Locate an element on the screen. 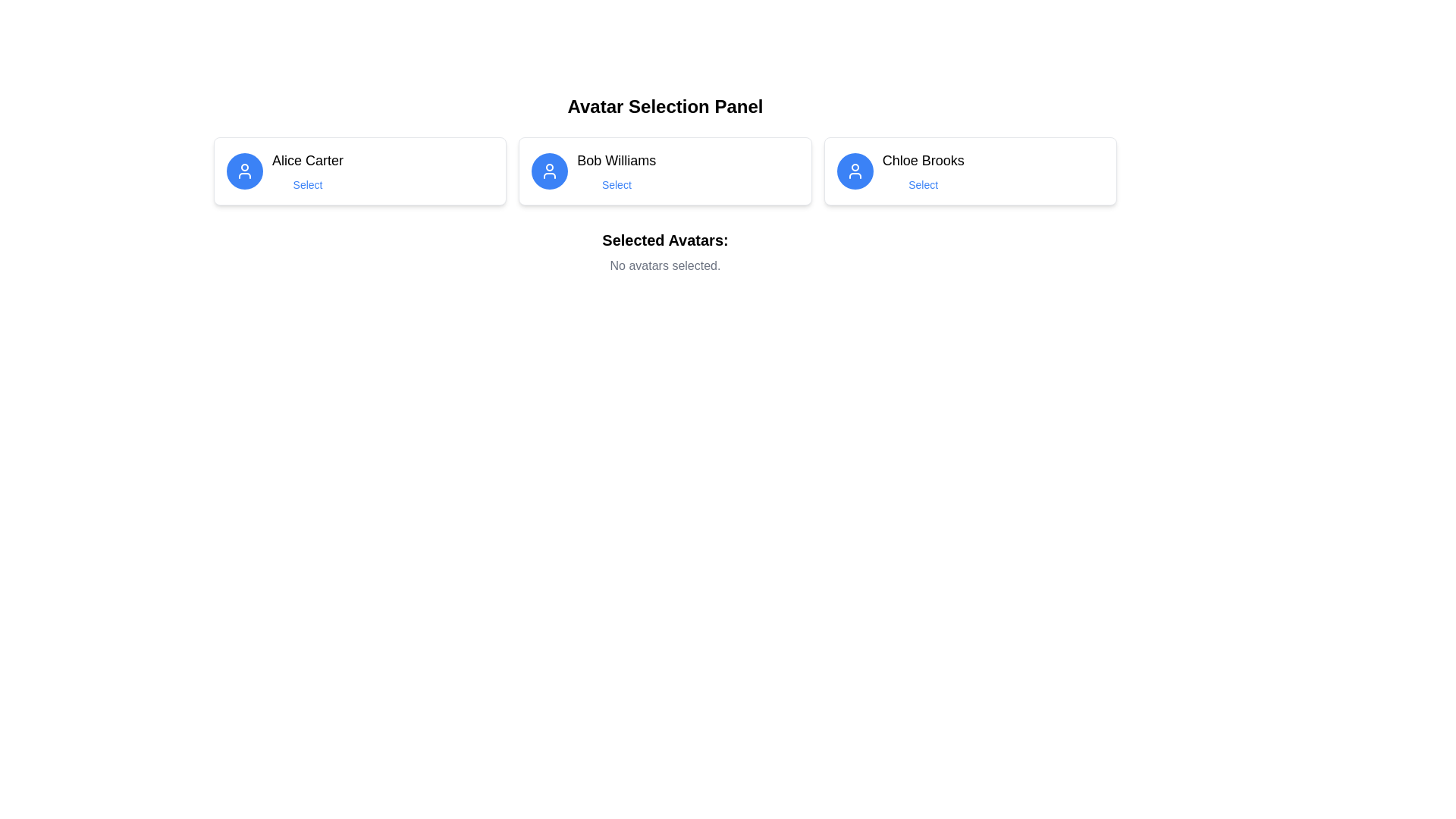 This screenshot has height=819, width=1456. the 'Select' button with blue text below 'Alice Carter' to observe the color change on hover is located at coordinates (307, 184).